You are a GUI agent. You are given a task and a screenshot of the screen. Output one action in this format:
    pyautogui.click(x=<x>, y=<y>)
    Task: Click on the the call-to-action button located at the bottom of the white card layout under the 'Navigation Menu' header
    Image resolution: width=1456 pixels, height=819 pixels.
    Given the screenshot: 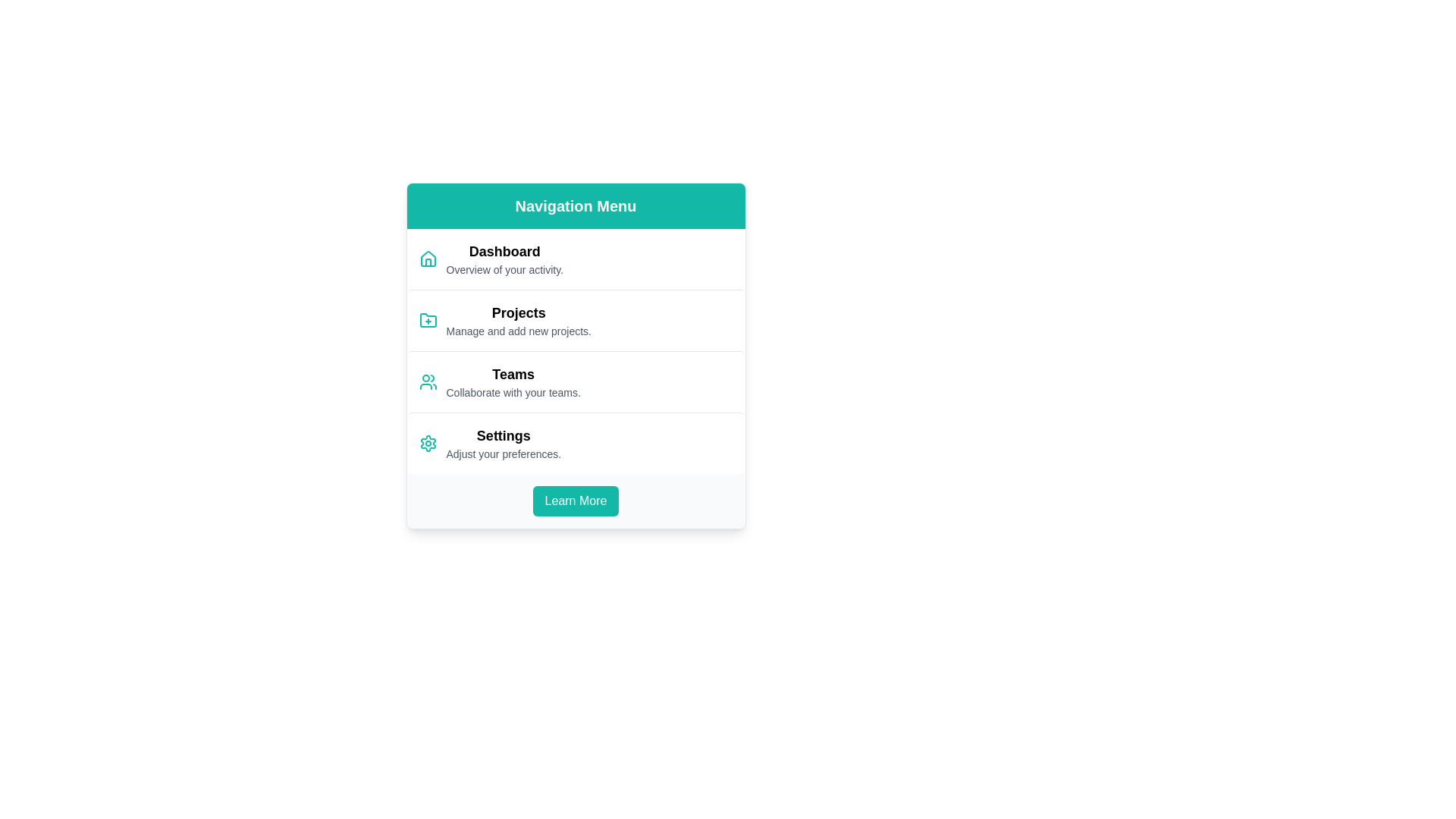 What is the action you would take?
    pyautogui.click(x=575, y=500)
    